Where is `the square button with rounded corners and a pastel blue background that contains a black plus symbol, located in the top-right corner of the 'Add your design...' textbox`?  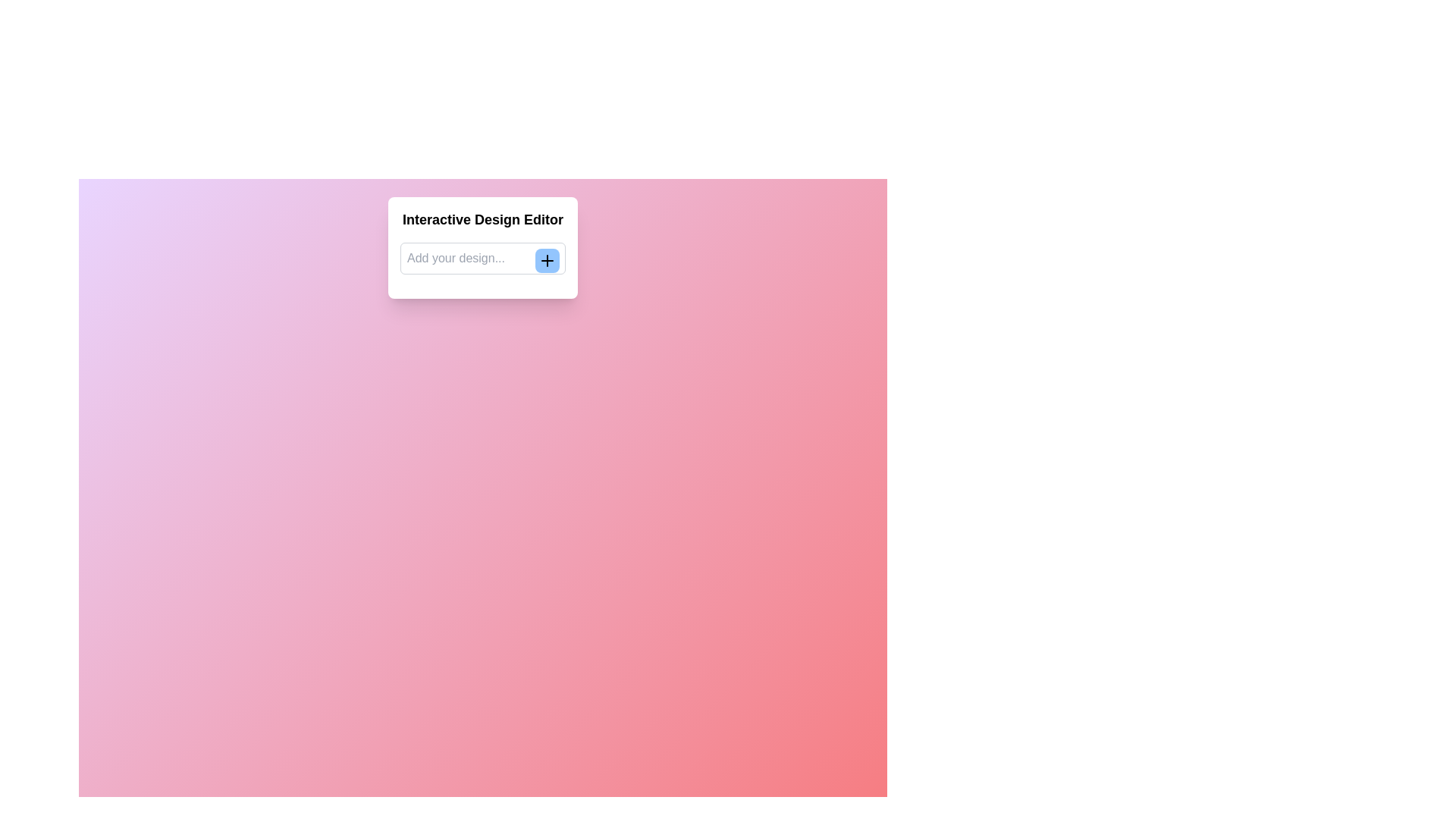
the square button with rounded corners and a pastel blue background that contains a black plus symbol, located in the top-right corner of the 'Add your design...' textbox is located at coordinates (546, 259).